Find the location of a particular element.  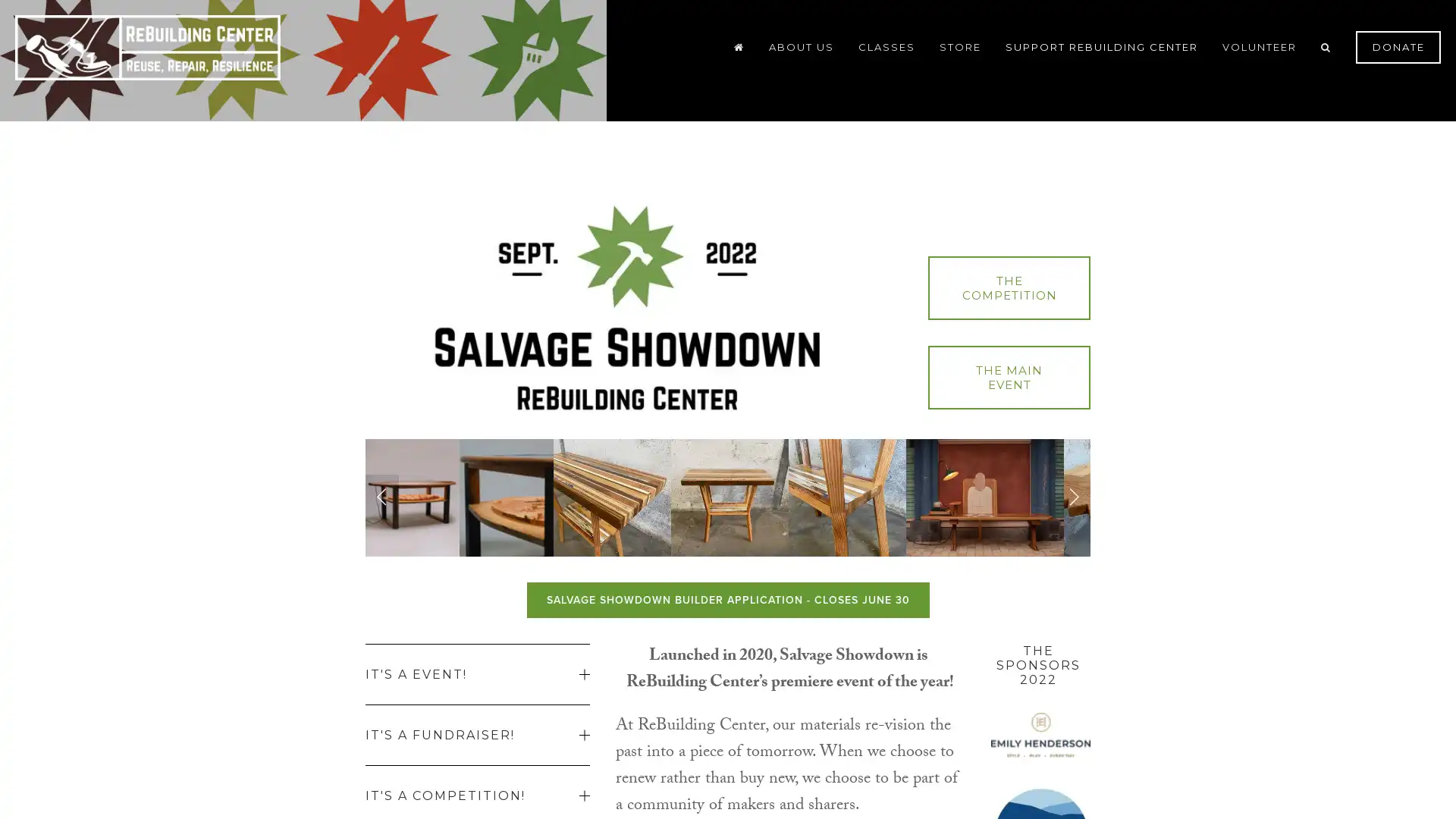

Next Slide is located at coordinates (1073, 497).